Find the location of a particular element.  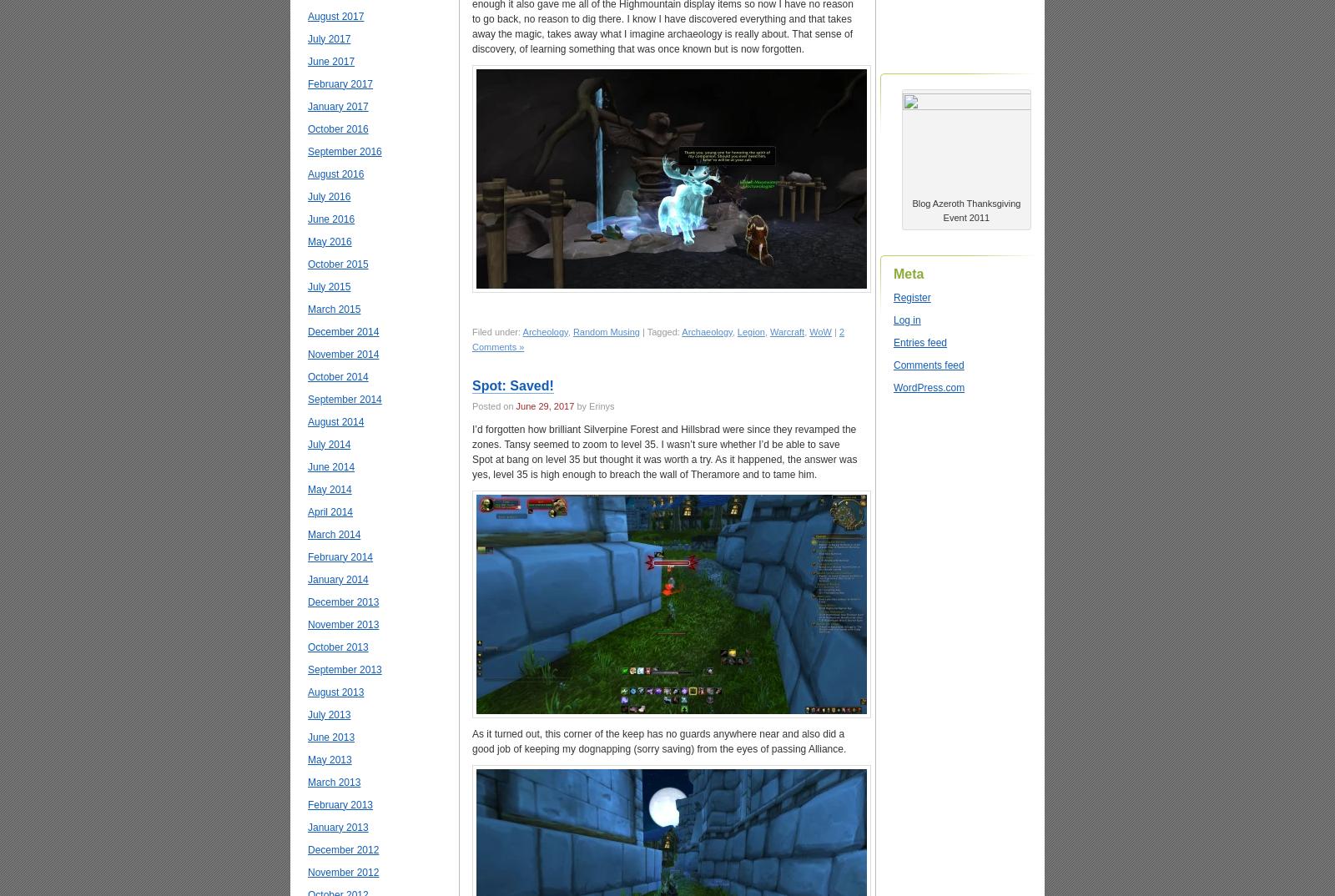

'September 2013' is located at coordinates (343, 667).